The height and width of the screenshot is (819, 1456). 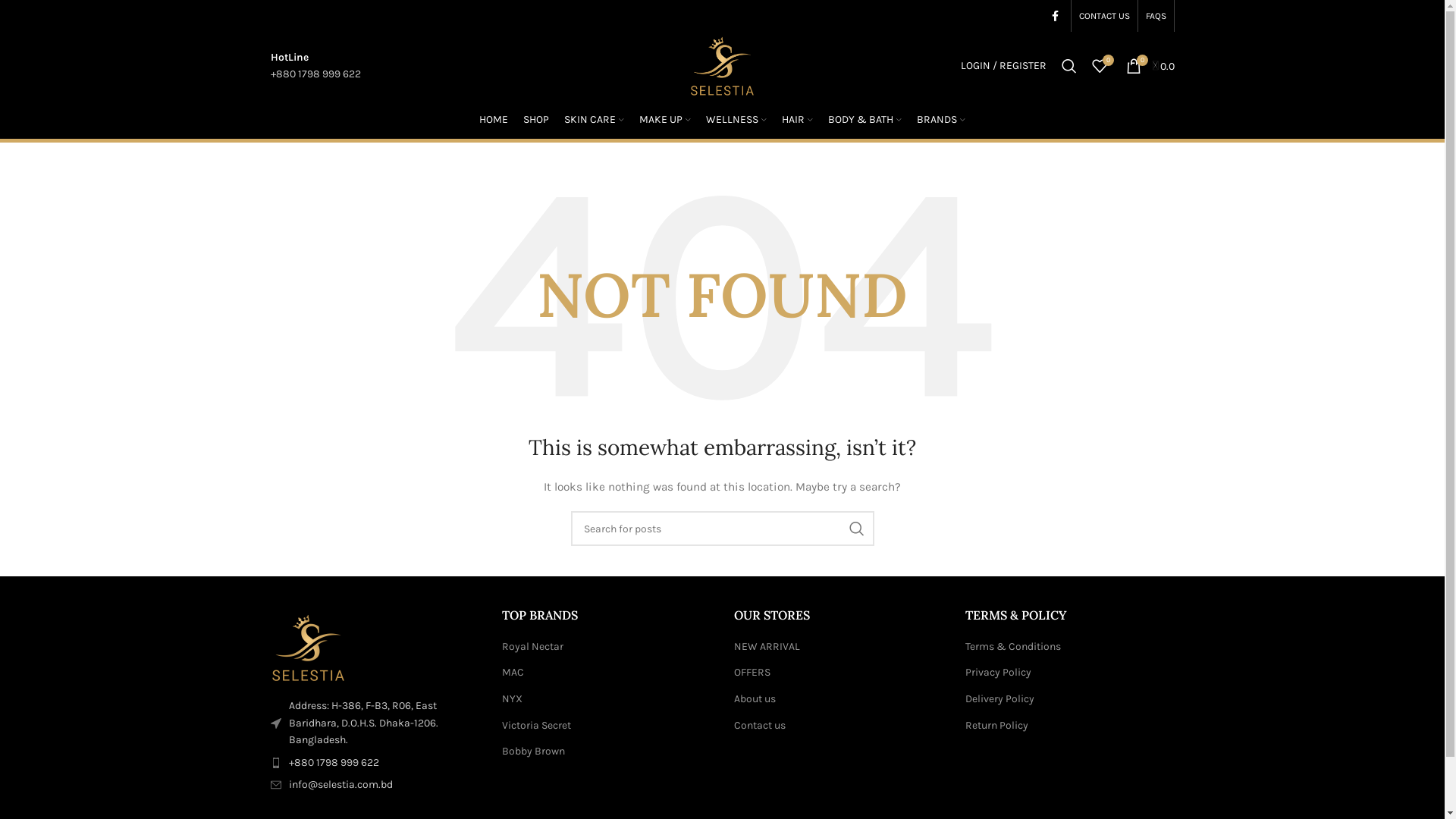 I want to click on 'MAKE UP', so click(x=665, y=119).